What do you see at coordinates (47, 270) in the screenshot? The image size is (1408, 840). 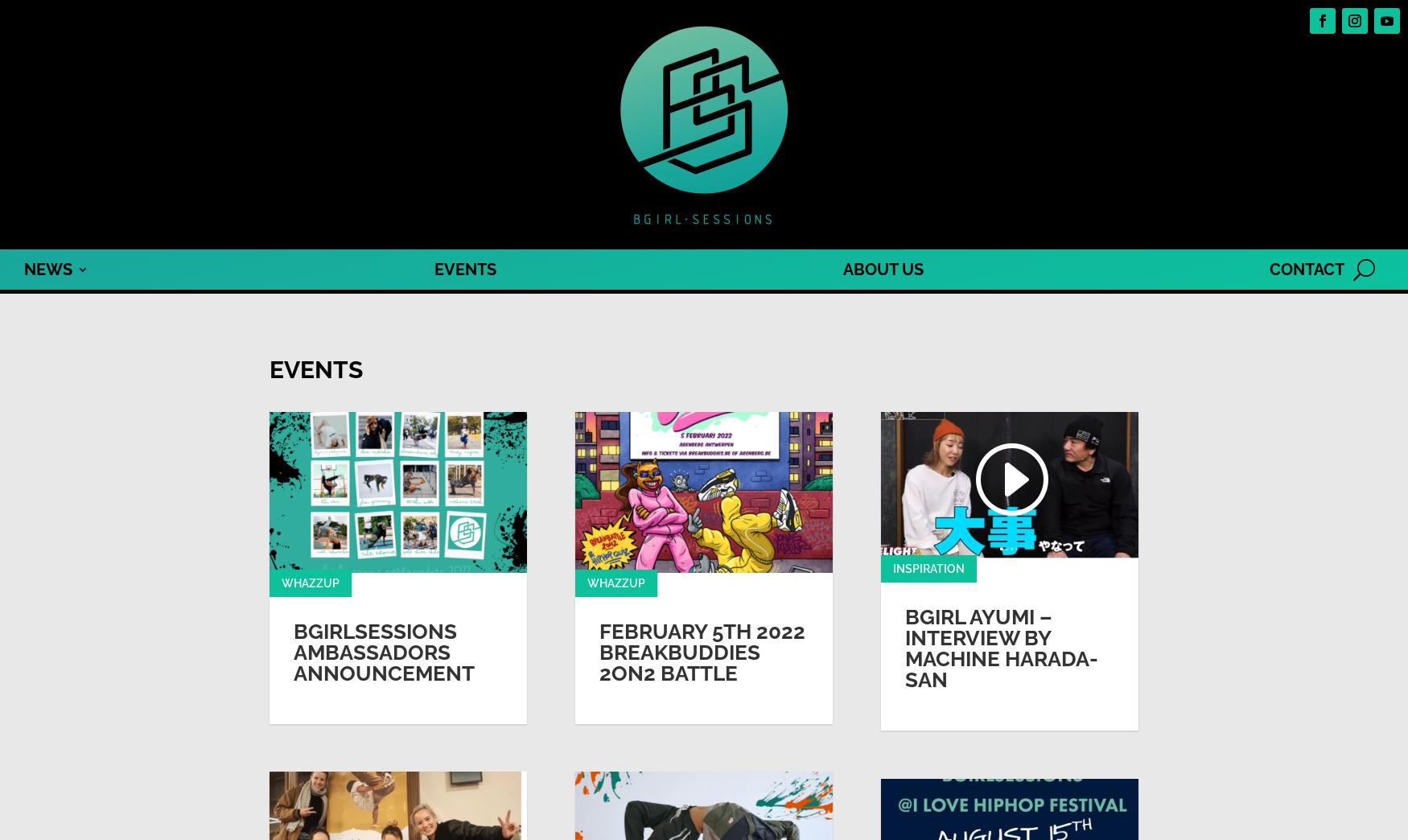 I see `'NEWS'` at bounding box center [47, 270].